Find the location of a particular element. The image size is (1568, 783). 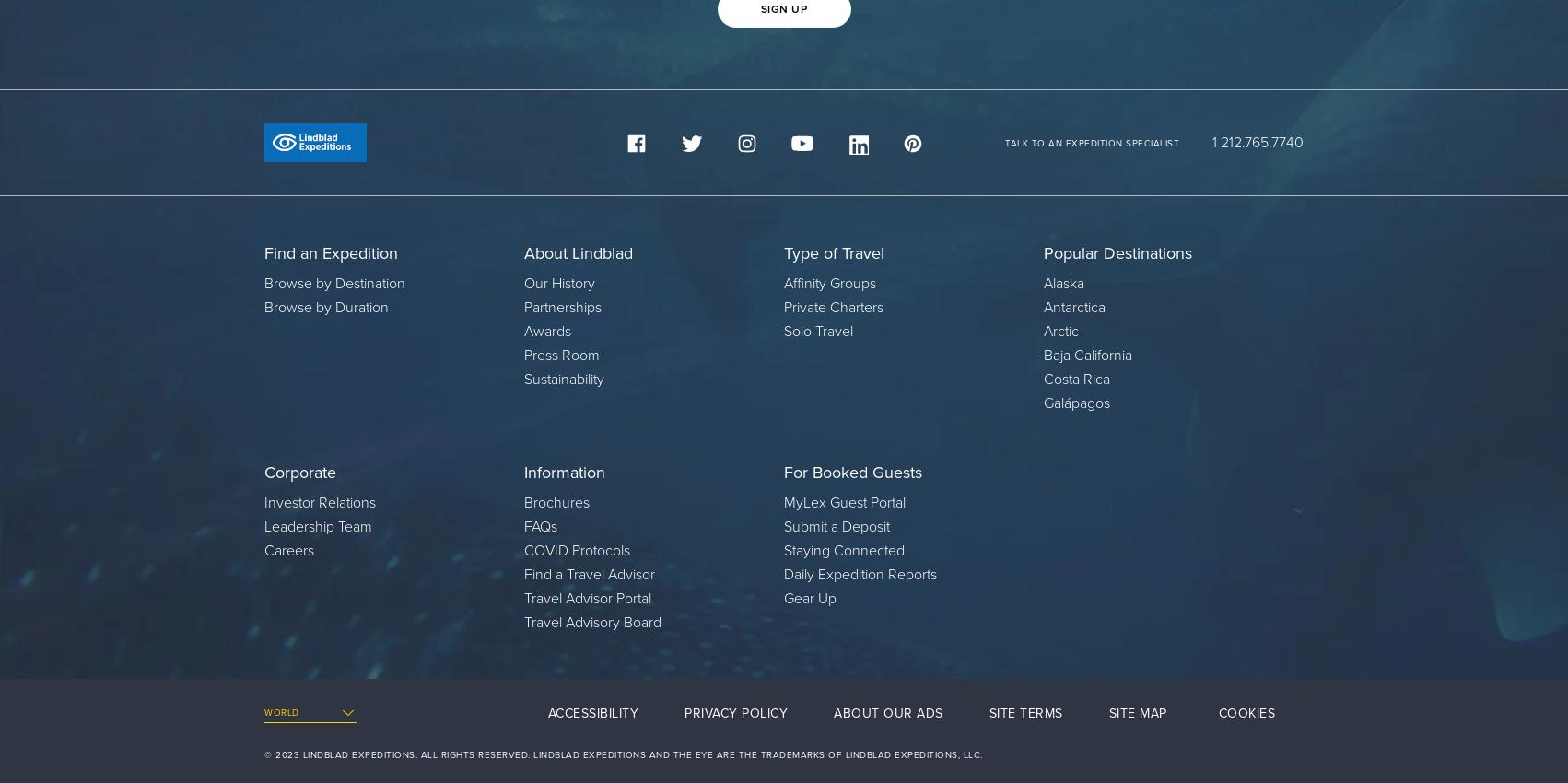

'Awards' is located at coordinates (547, 330).